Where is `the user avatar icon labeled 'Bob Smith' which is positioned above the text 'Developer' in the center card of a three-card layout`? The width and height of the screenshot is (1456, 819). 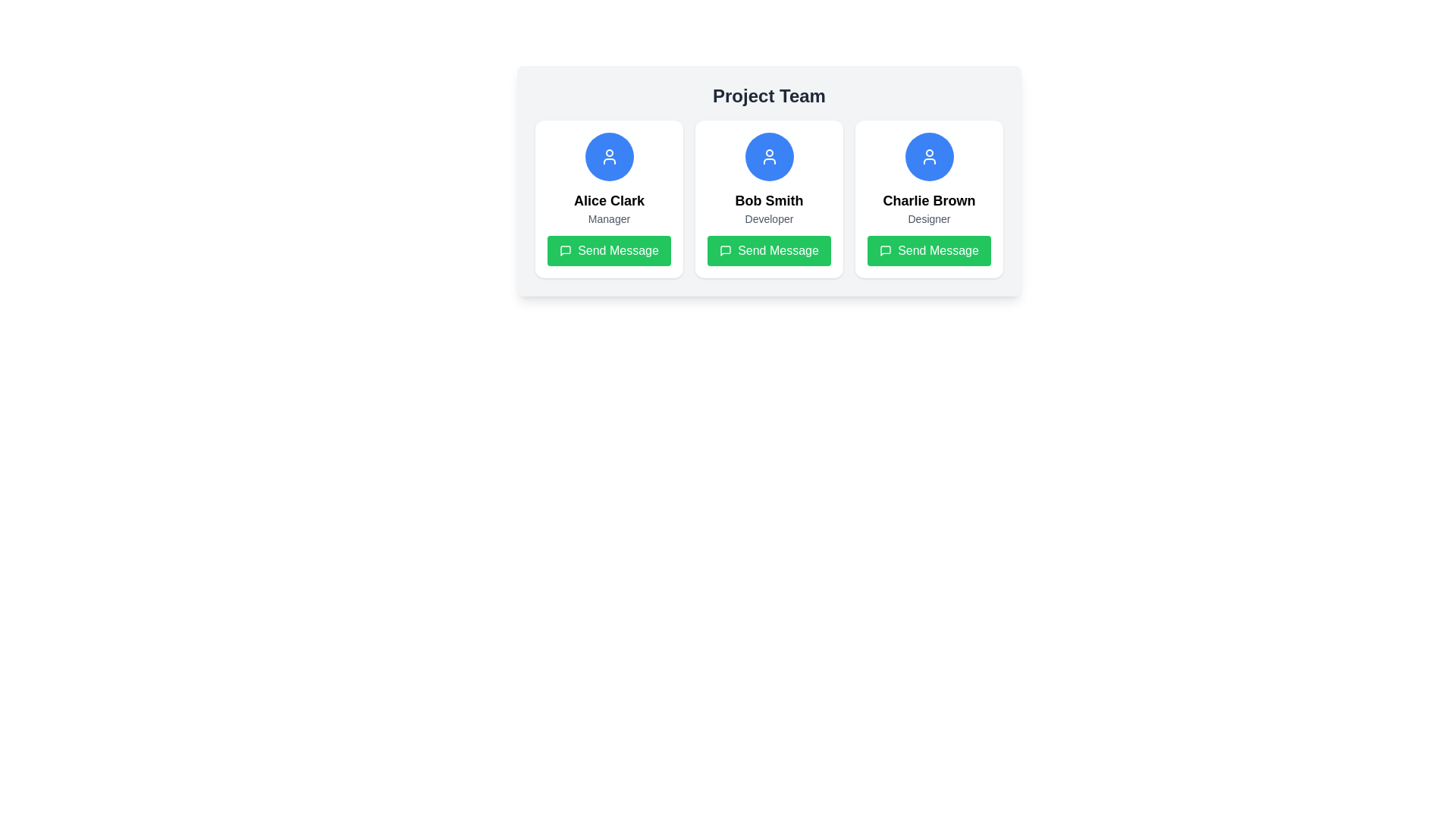
the user avatar icon labeled 'Bob Smith' which is positioned above the text 'Developer' in the center card of a three-card layout is located at coordinates (769, 157).